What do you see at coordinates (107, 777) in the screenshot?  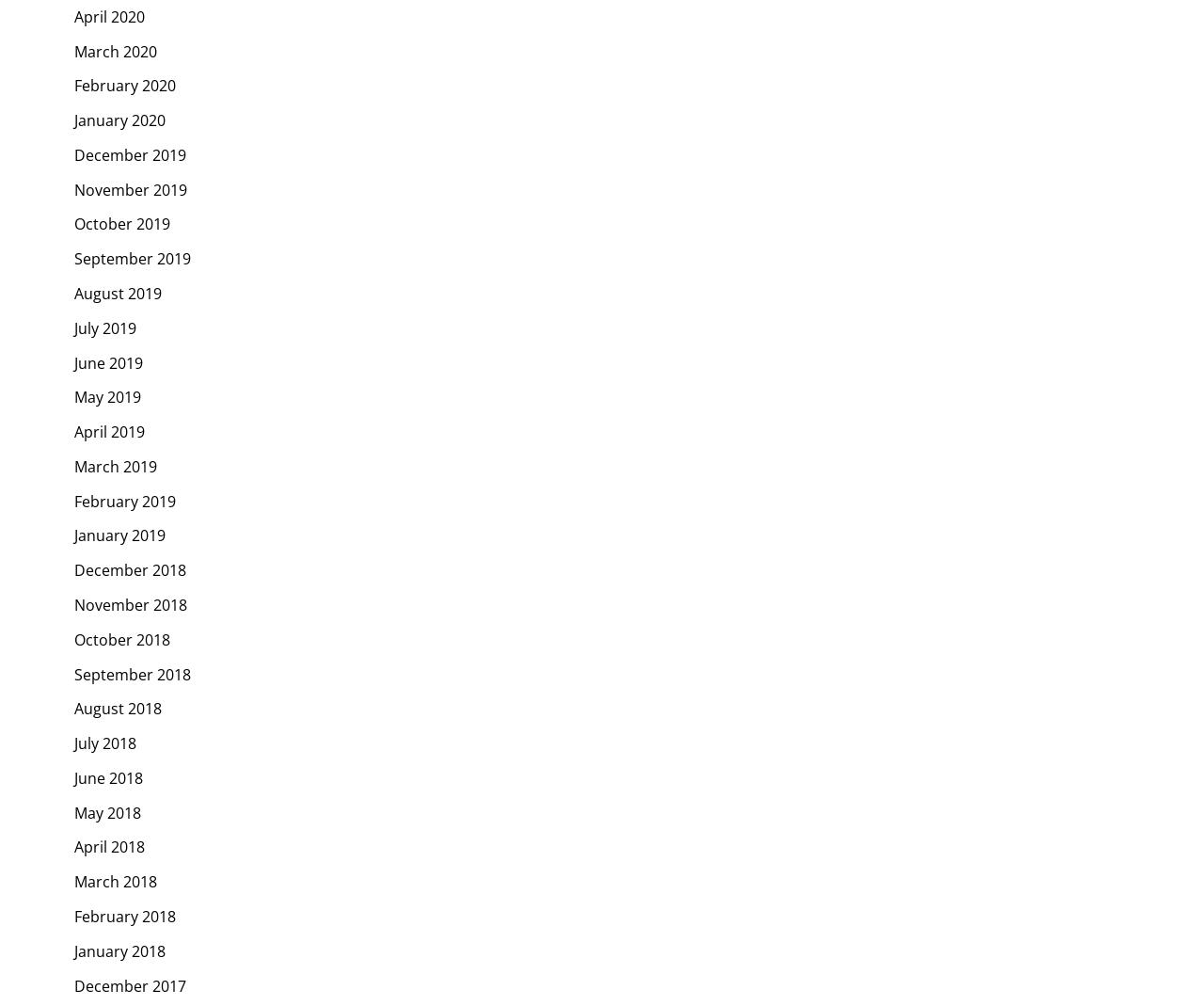 I see `'June 2018'` at bounding box center [107, 777].